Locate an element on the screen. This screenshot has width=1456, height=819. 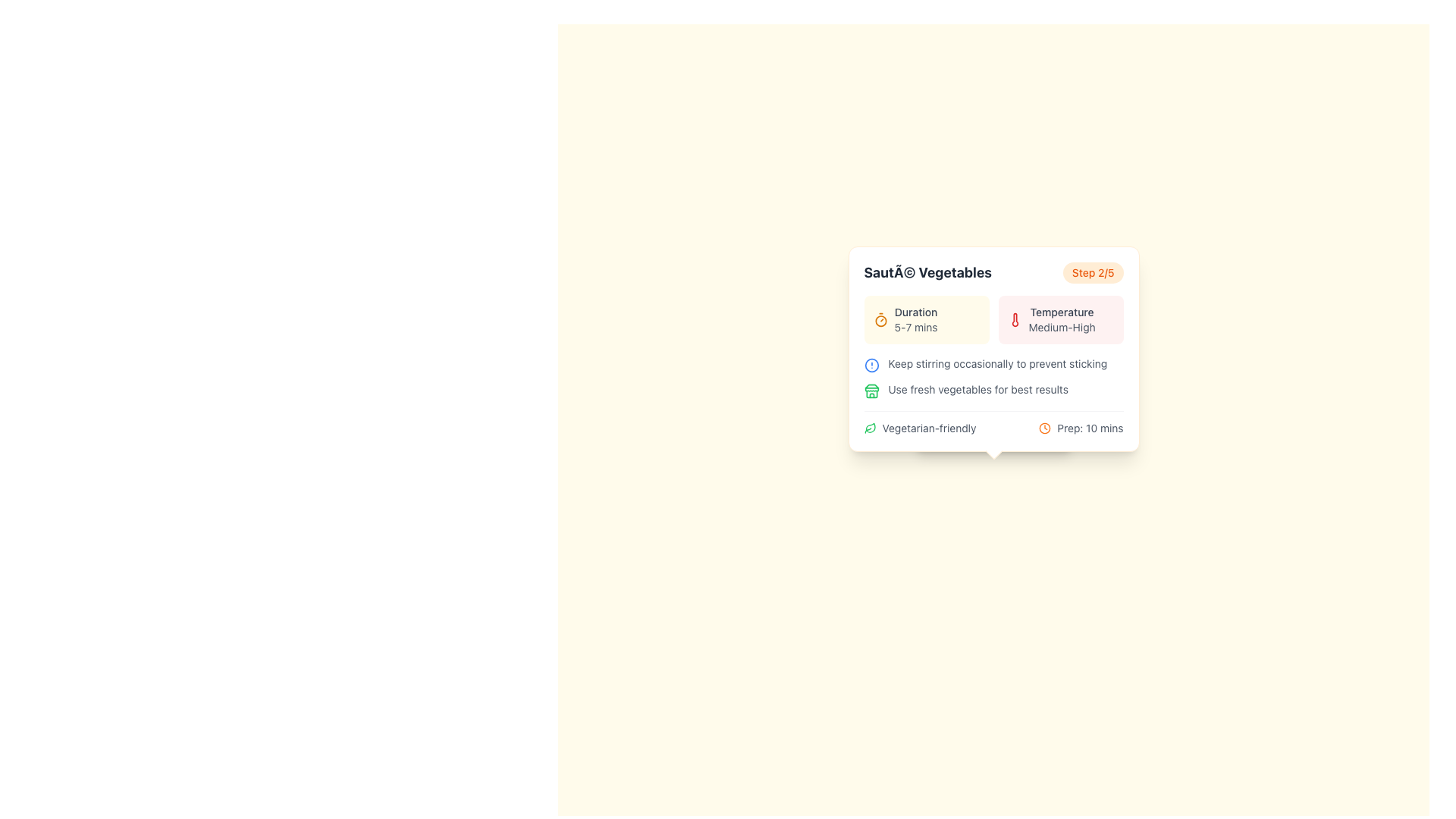
the clock icon located at the bottom-right of the recipe details box, which indicates preparation time for a recipe is located at coordinates (1044, 428).